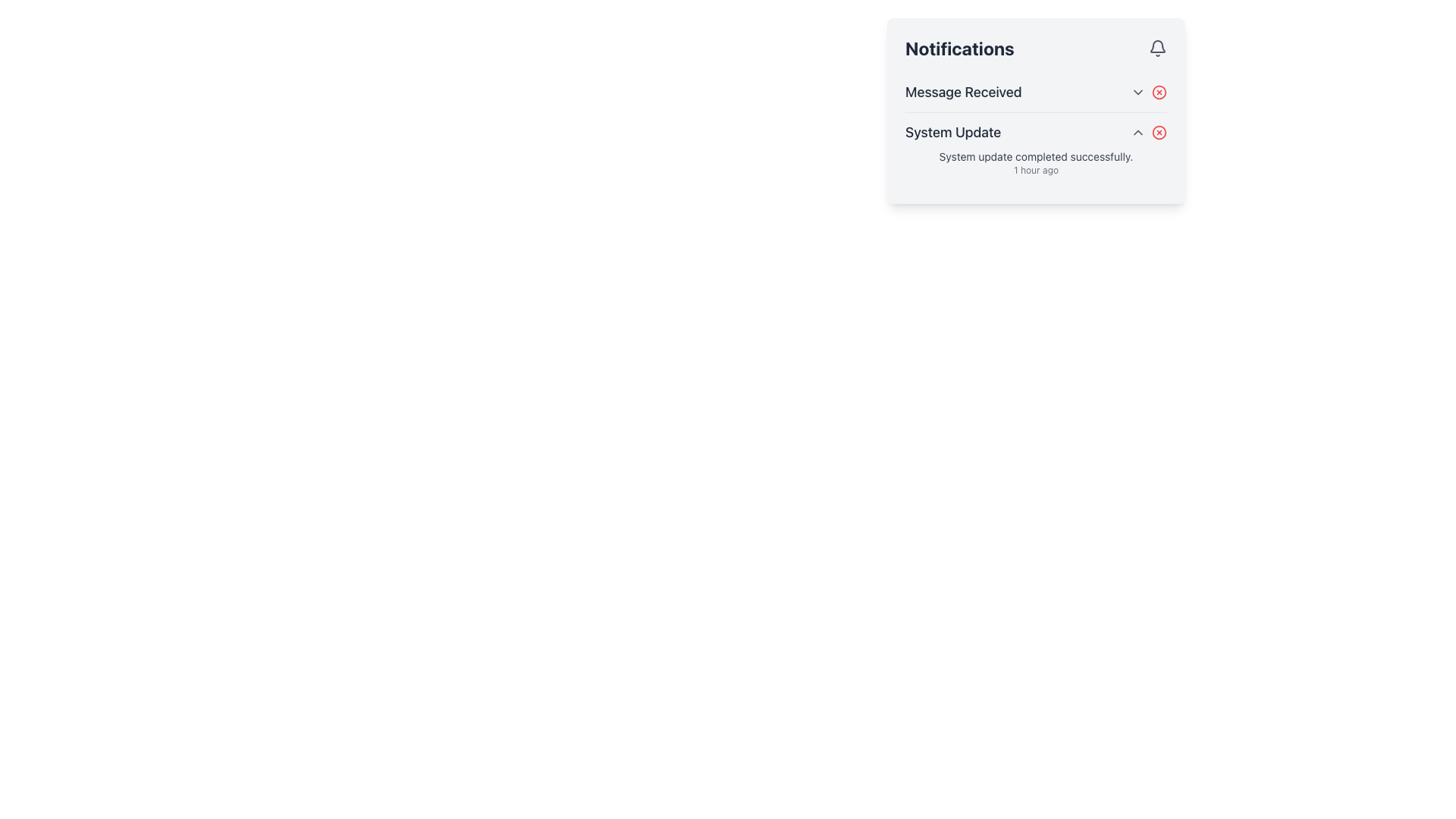 The image size is (1456, 819). What do you see at coordinates (1159, 91) in the screenshot?
I see `the SVG circle element that visually represents a graphical indicator for notifications, located to the right of the 'Message Received' text` at bounding box center [1159, 91].